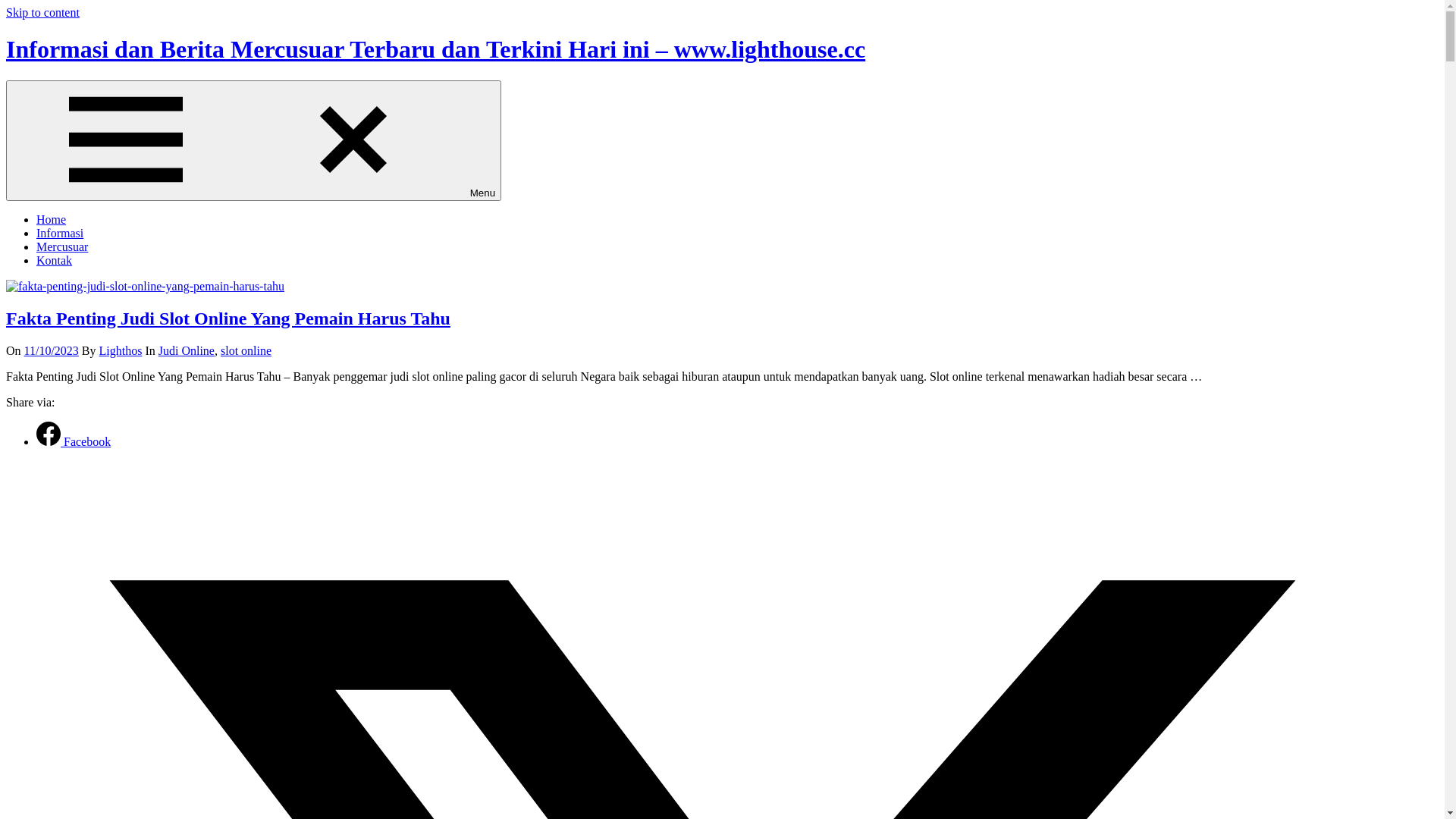 This screenshot has width=1456, height=819. What do you see at coordinates (158, 350) in the screenshot?
I see `'Judi Online'` at bounding box center [158, 350].